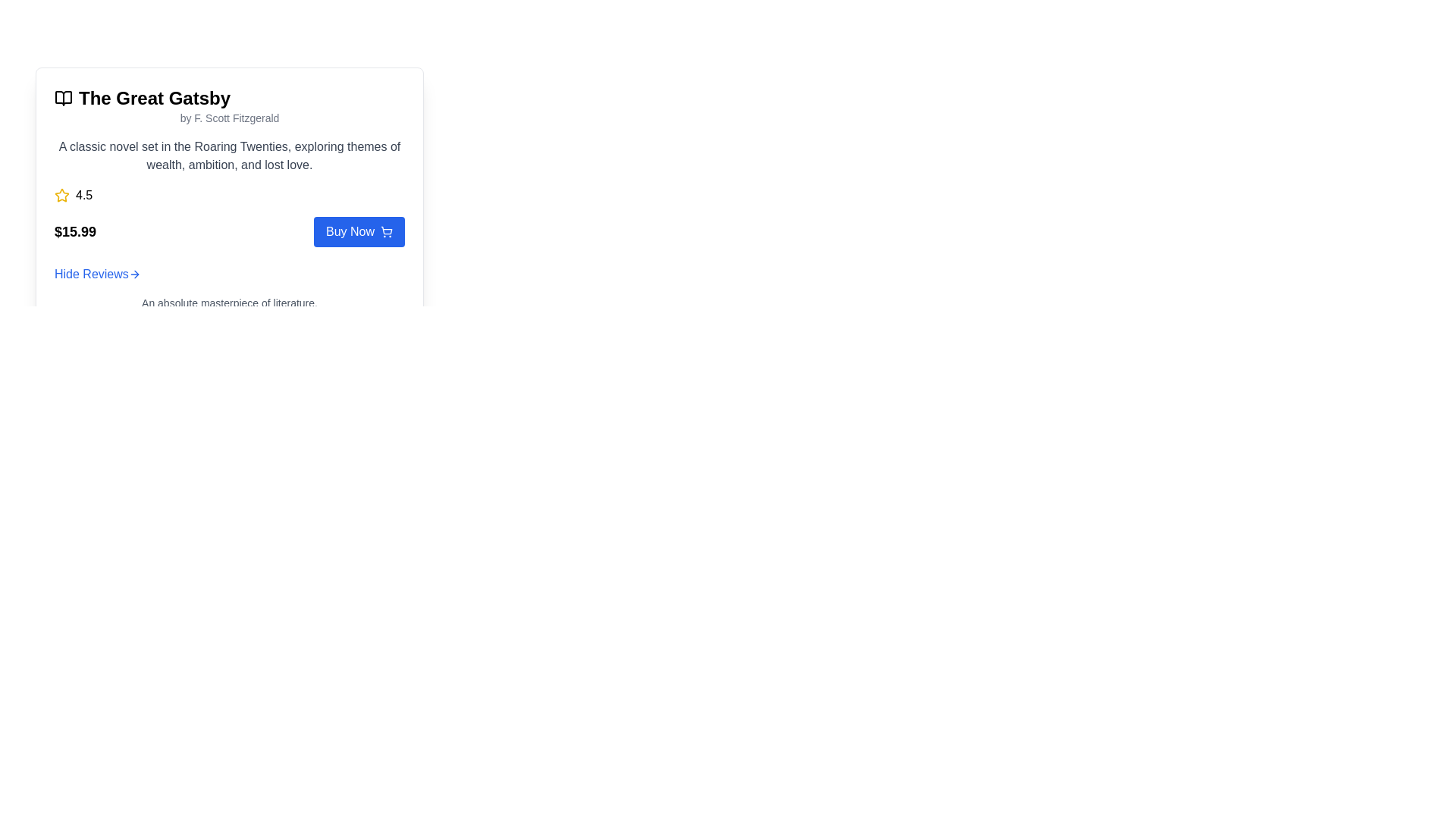  Describe the element at coordinates (74, 231) in the screenshot. I see `the price label displayed in the pricing section, located below the rating and to the left of the 'Buy Now' button` at that location.